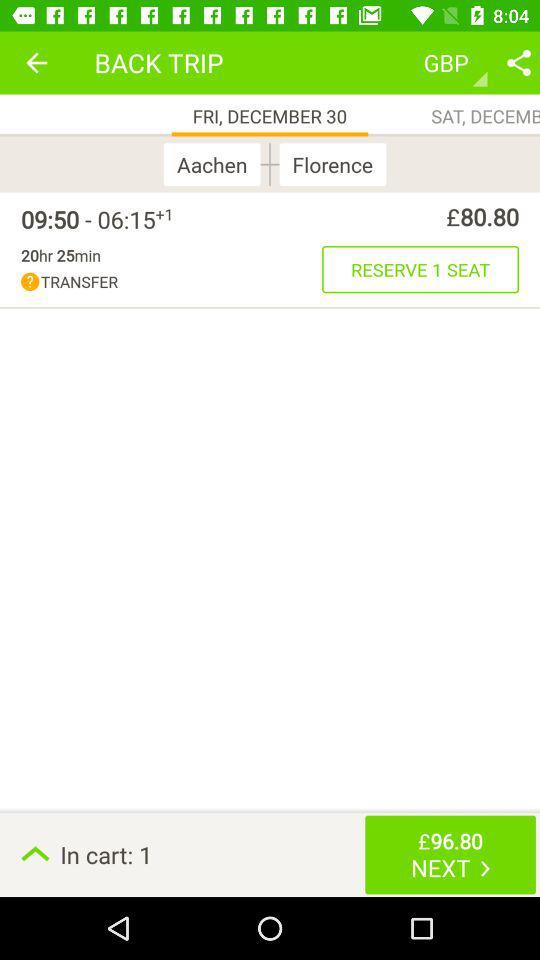  What do you see at coordinates (171, 281) in the screenshot?
I see `transfer icon` at bounding box center [171, 281].